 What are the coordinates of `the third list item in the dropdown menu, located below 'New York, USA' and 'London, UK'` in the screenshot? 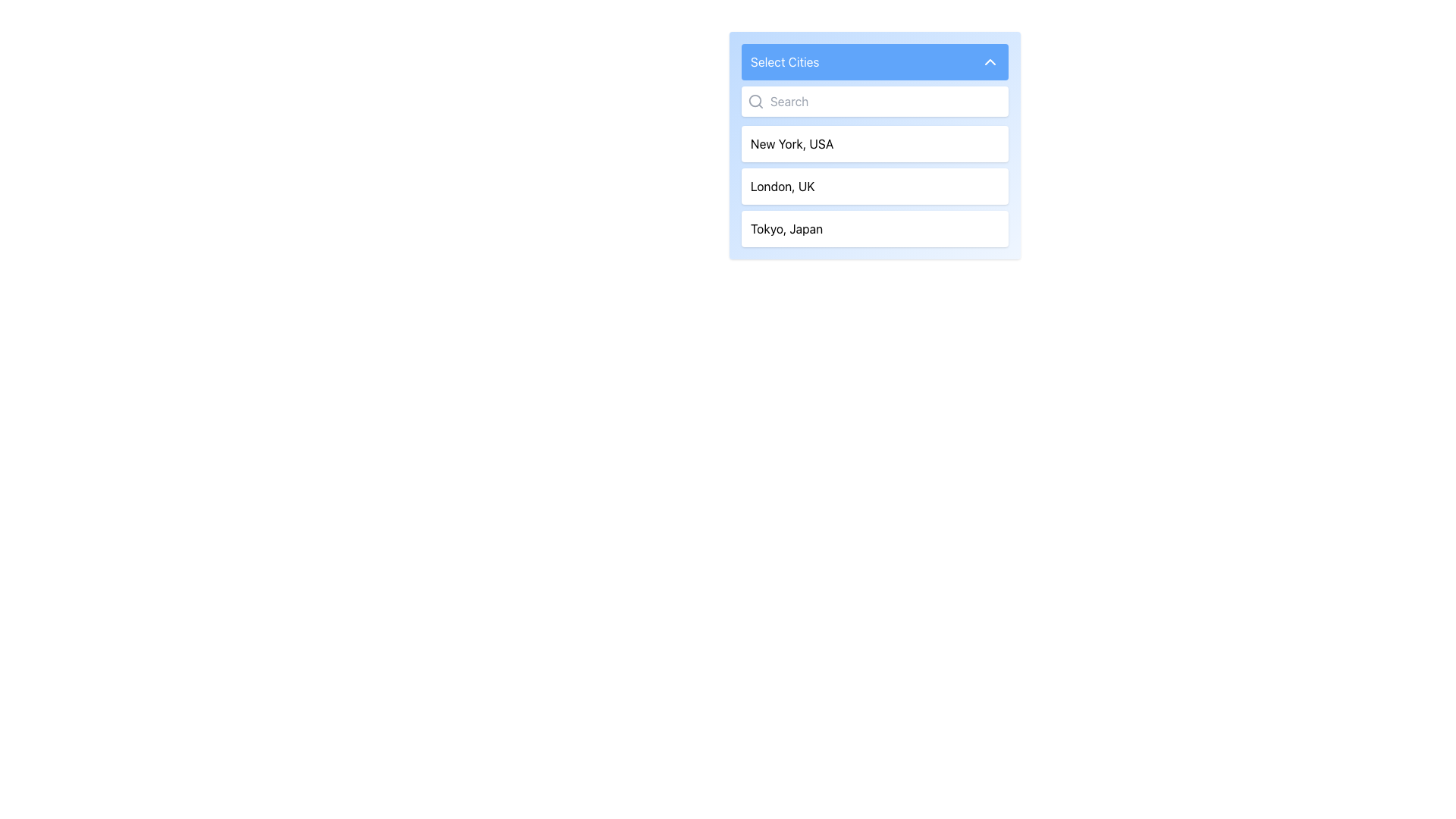 It's located at (874, 228).